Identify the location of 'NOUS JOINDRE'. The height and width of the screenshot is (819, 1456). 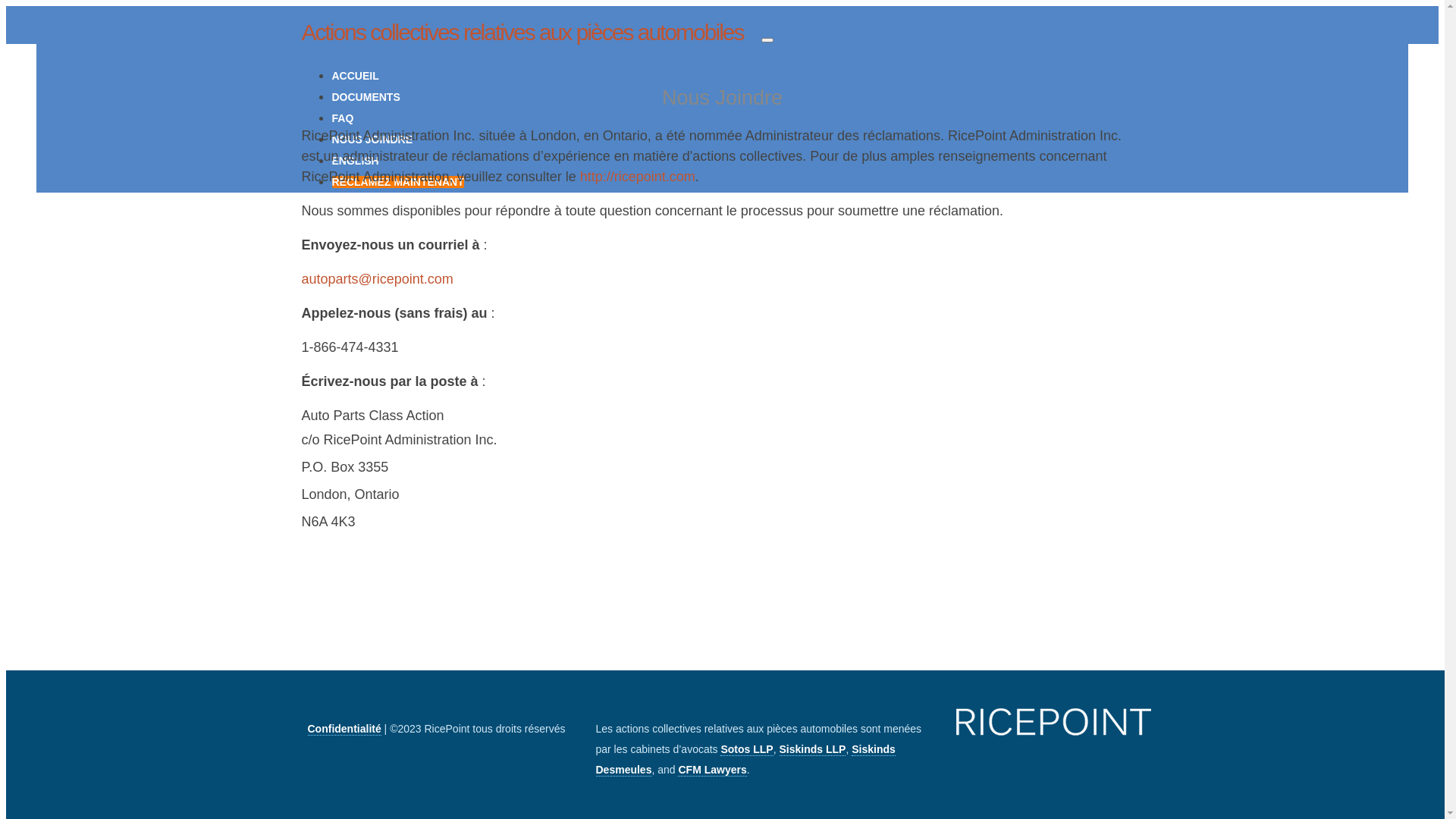
(372, 140).